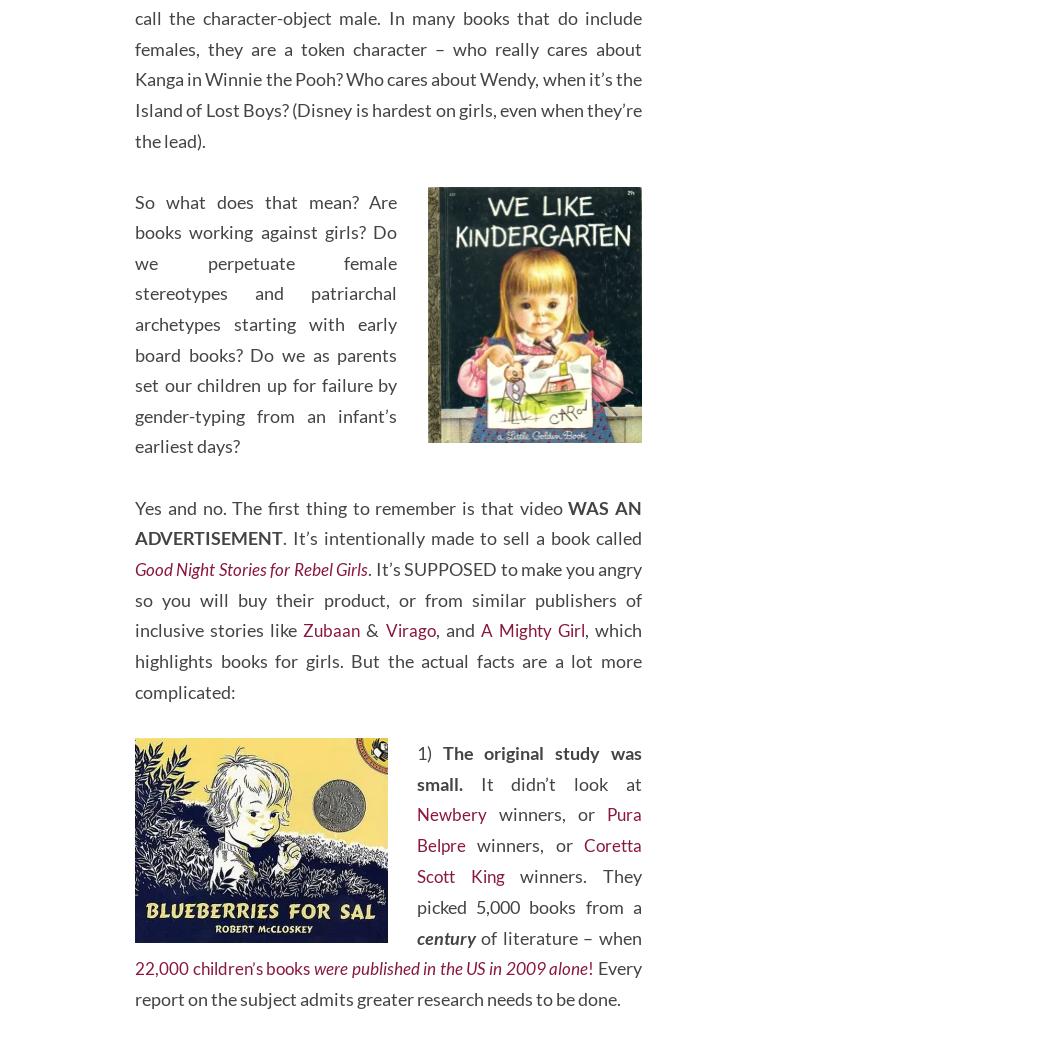 The width and height of the screenshot is (1050, 1037). Describe the element at coordinates (455, 659) in the screenshot. I see `', and'` at that location.